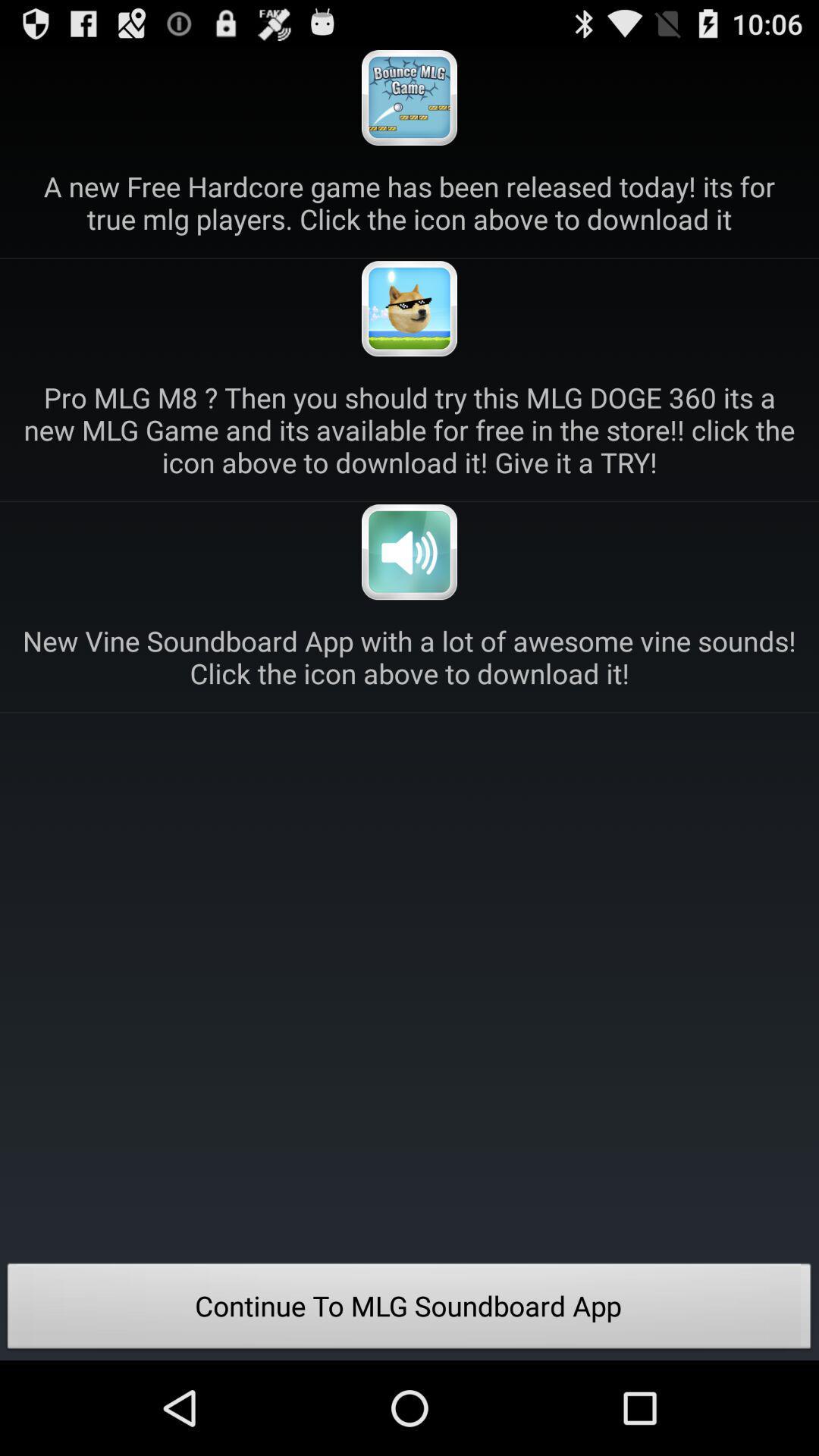  Describe the element at coordinates (409, 308) in the screenshot. I see `click for dog sound` at that location.